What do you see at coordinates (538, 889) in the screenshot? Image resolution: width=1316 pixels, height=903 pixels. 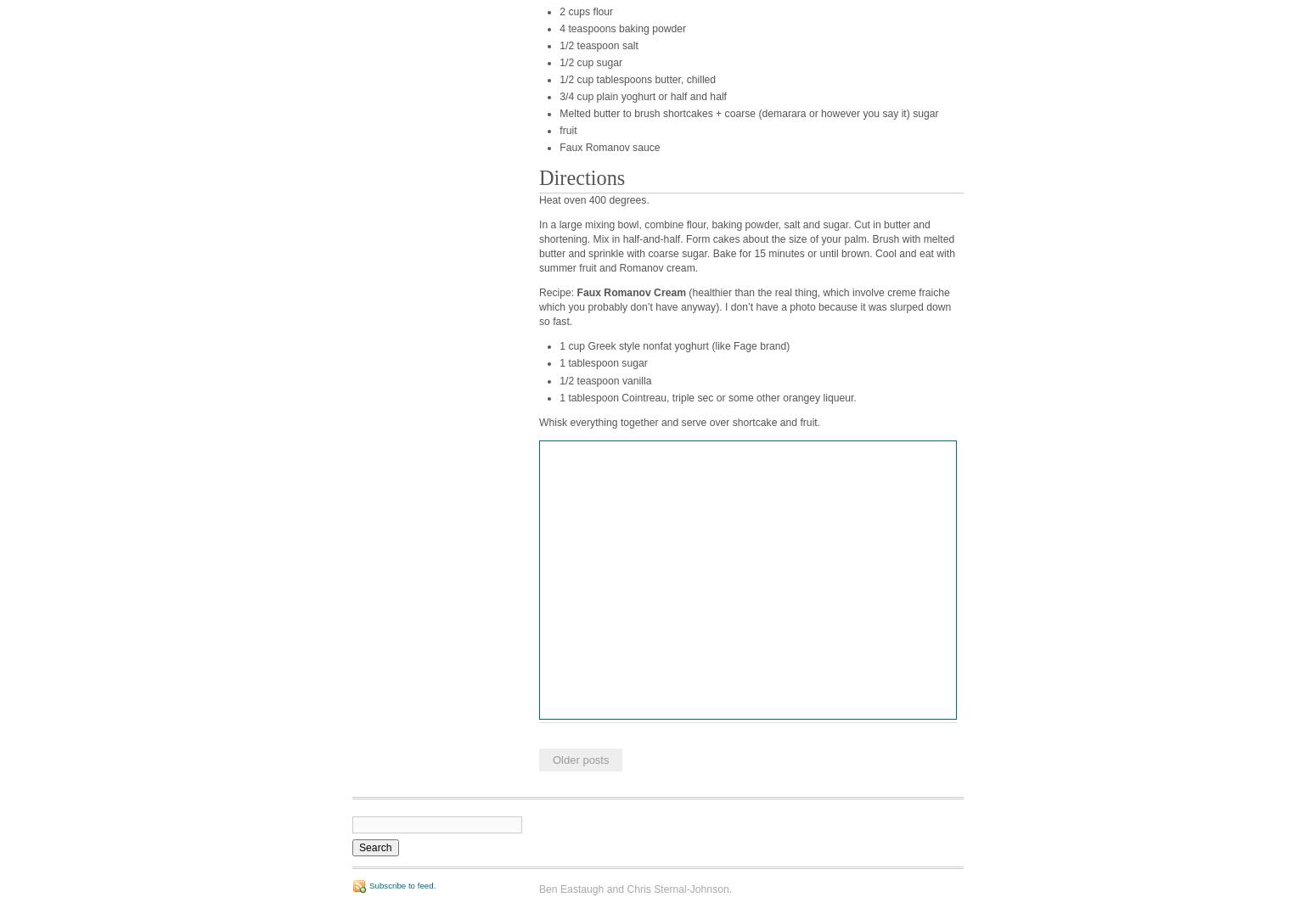 I see `'Ben Eastaugh and Chris Sternal-Johnson.'` at bounding box center [538, 889].